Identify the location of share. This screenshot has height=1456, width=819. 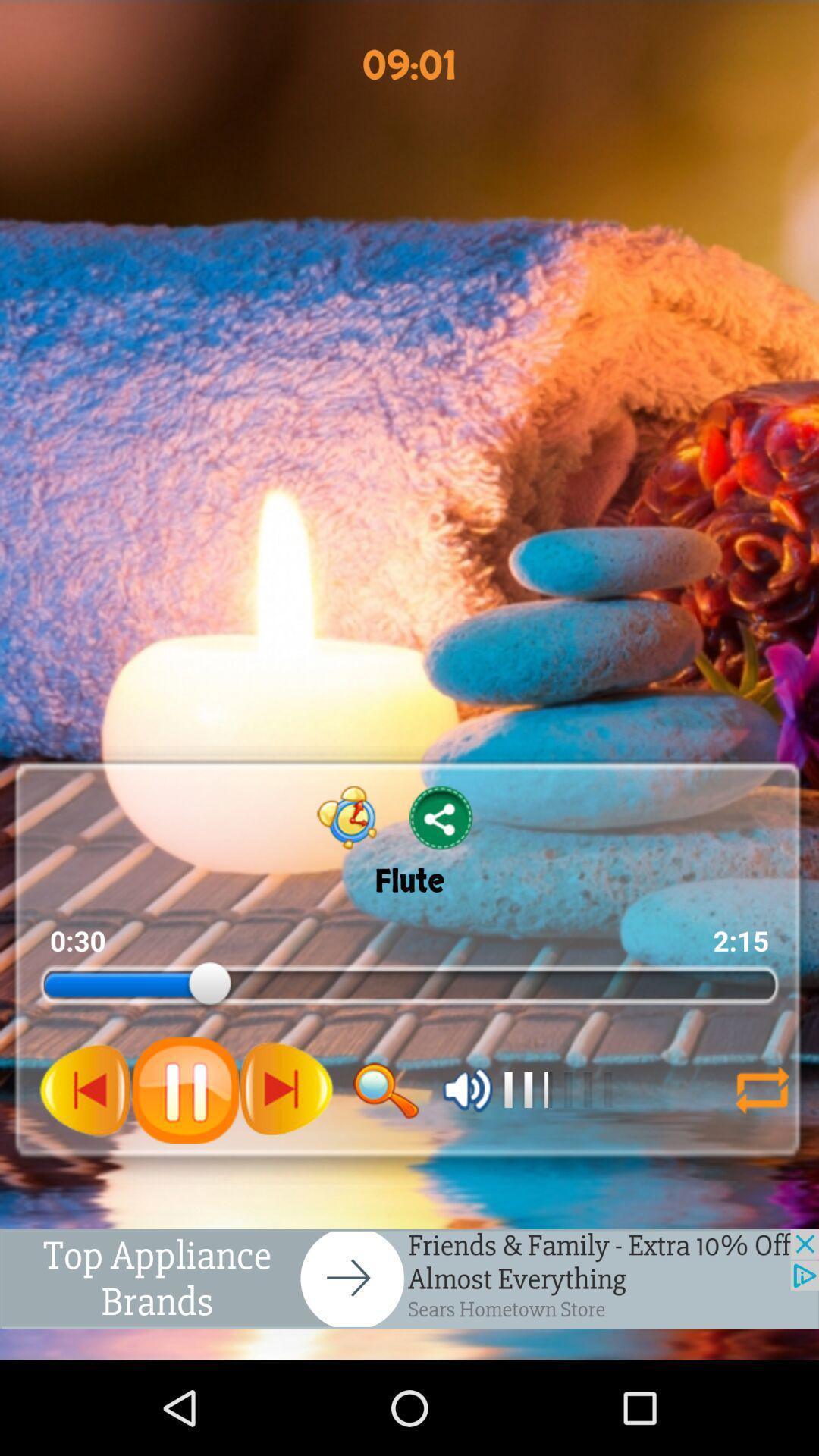
(441, 817).